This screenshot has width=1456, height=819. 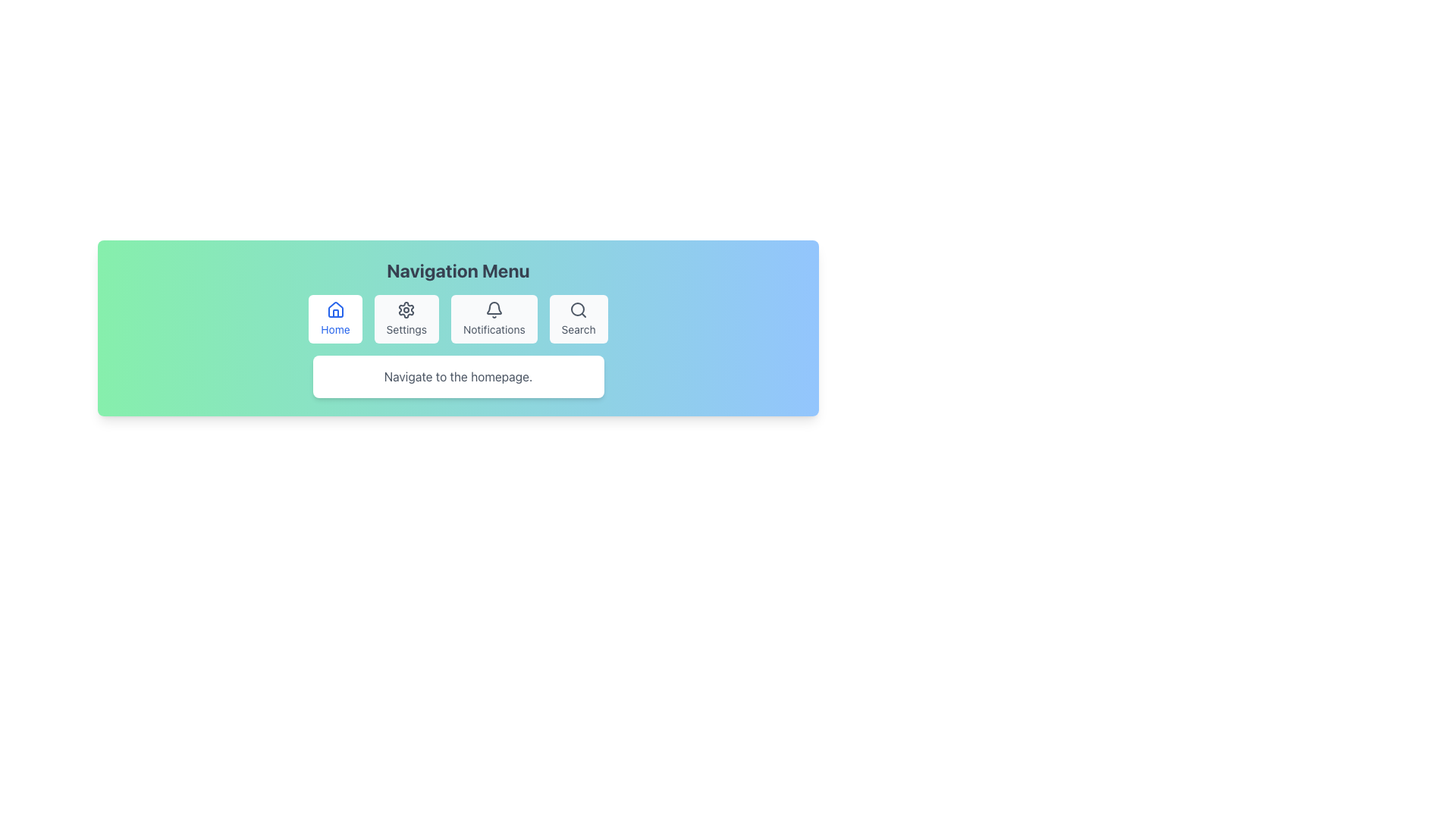 I want to click on the home icon located in the top-left segment of the navigation menu, so click(x=334, y=309).